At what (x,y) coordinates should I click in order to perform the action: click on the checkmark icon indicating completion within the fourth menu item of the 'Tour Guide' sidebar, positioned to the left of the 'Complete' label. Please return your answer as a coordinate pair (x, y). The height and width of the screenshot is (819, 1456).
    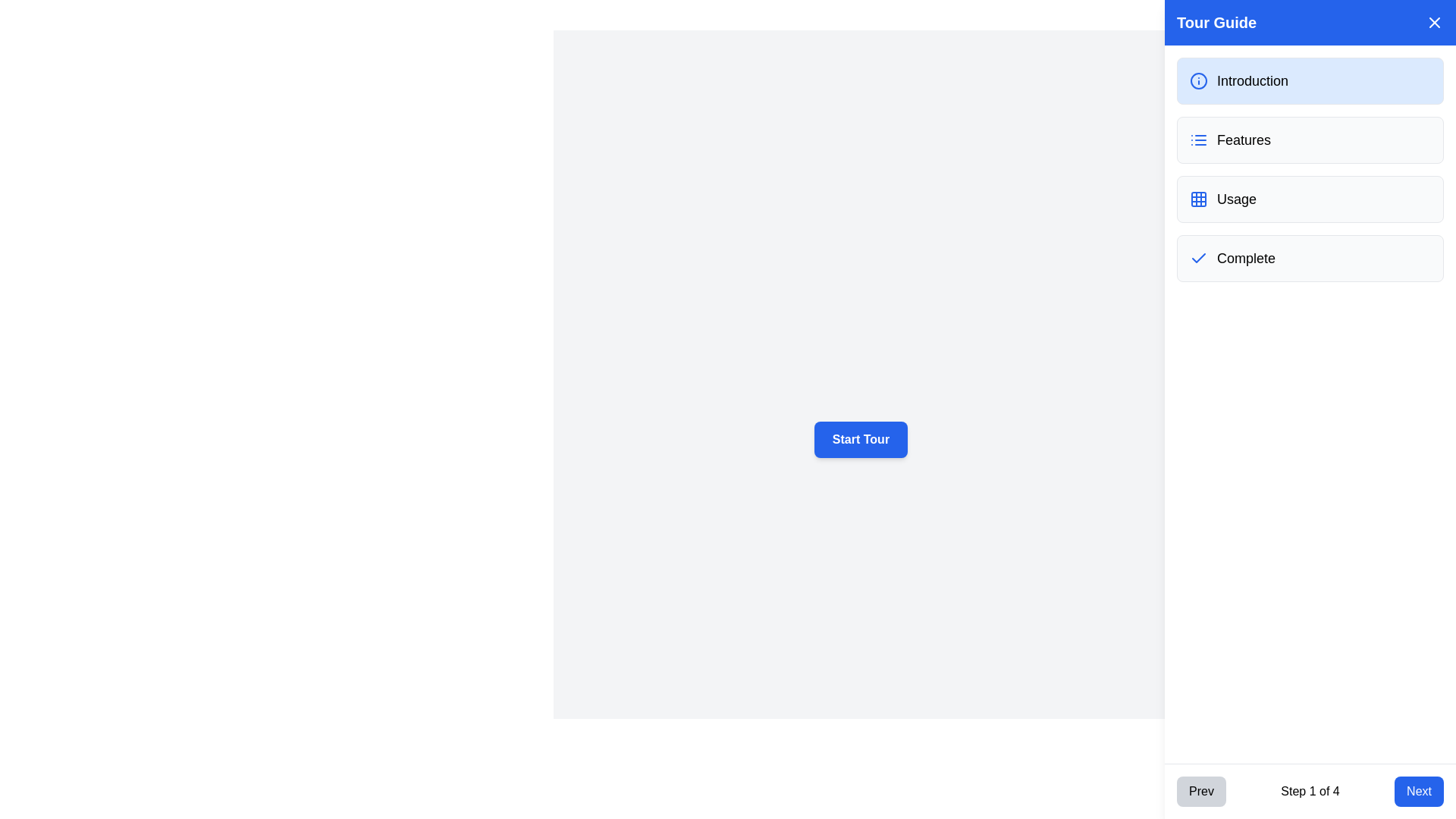
    Looking at the image, I should click on (1197, 257).